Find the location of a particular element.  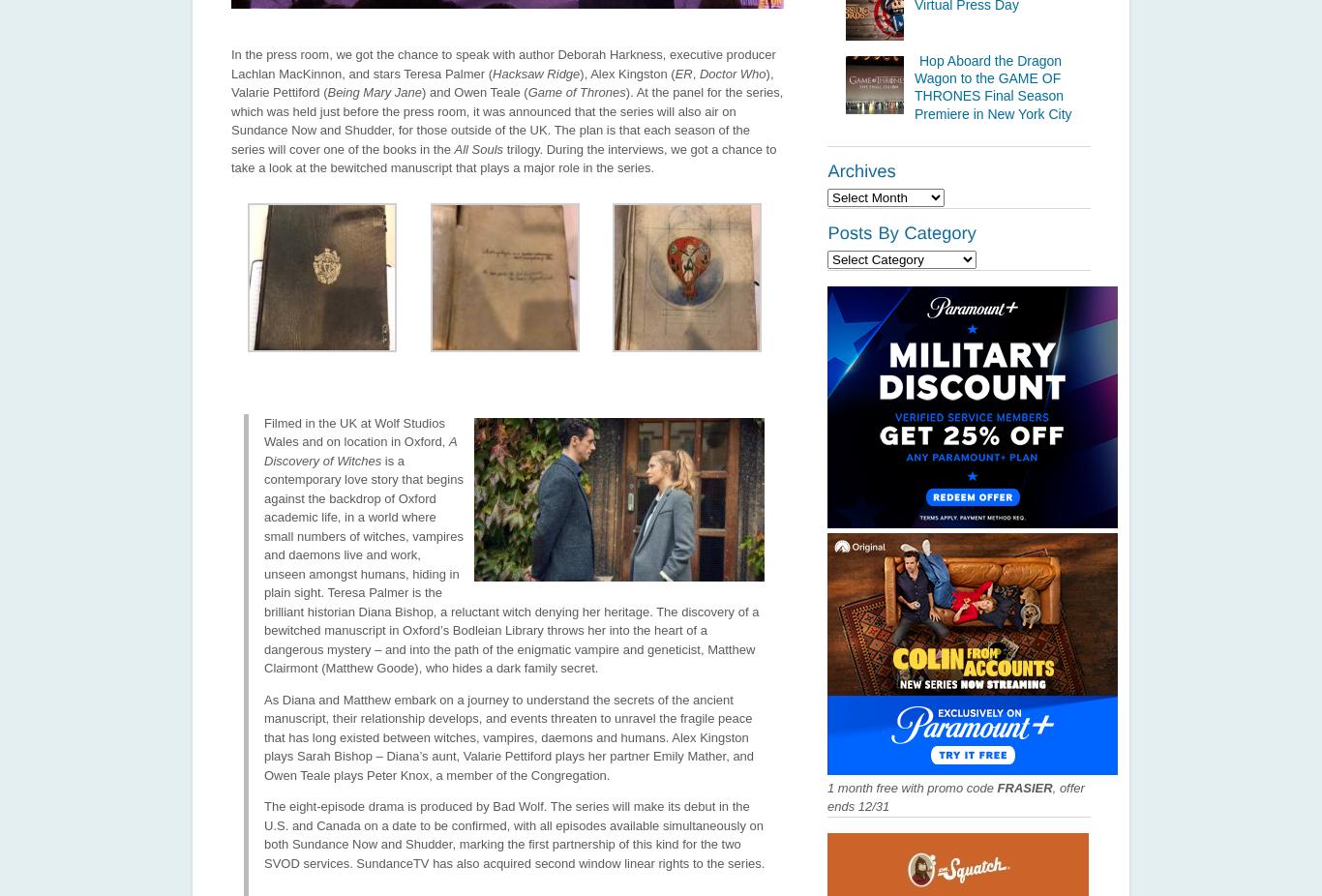

'Game of Thrones' is located at coordinates (575, 91).